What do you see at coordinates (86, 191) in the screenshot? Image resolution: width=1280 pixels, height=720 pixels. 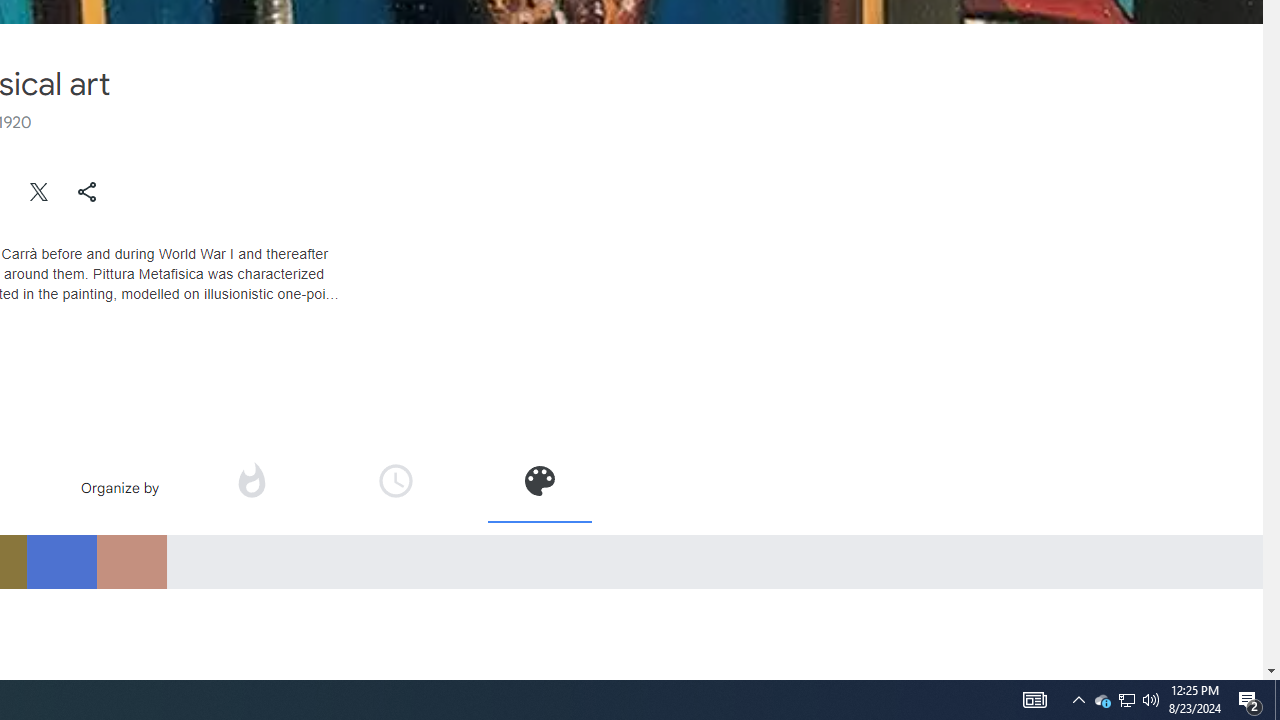 I see `'Share "Metaphysical art"'` at bounding box center [86, 191].